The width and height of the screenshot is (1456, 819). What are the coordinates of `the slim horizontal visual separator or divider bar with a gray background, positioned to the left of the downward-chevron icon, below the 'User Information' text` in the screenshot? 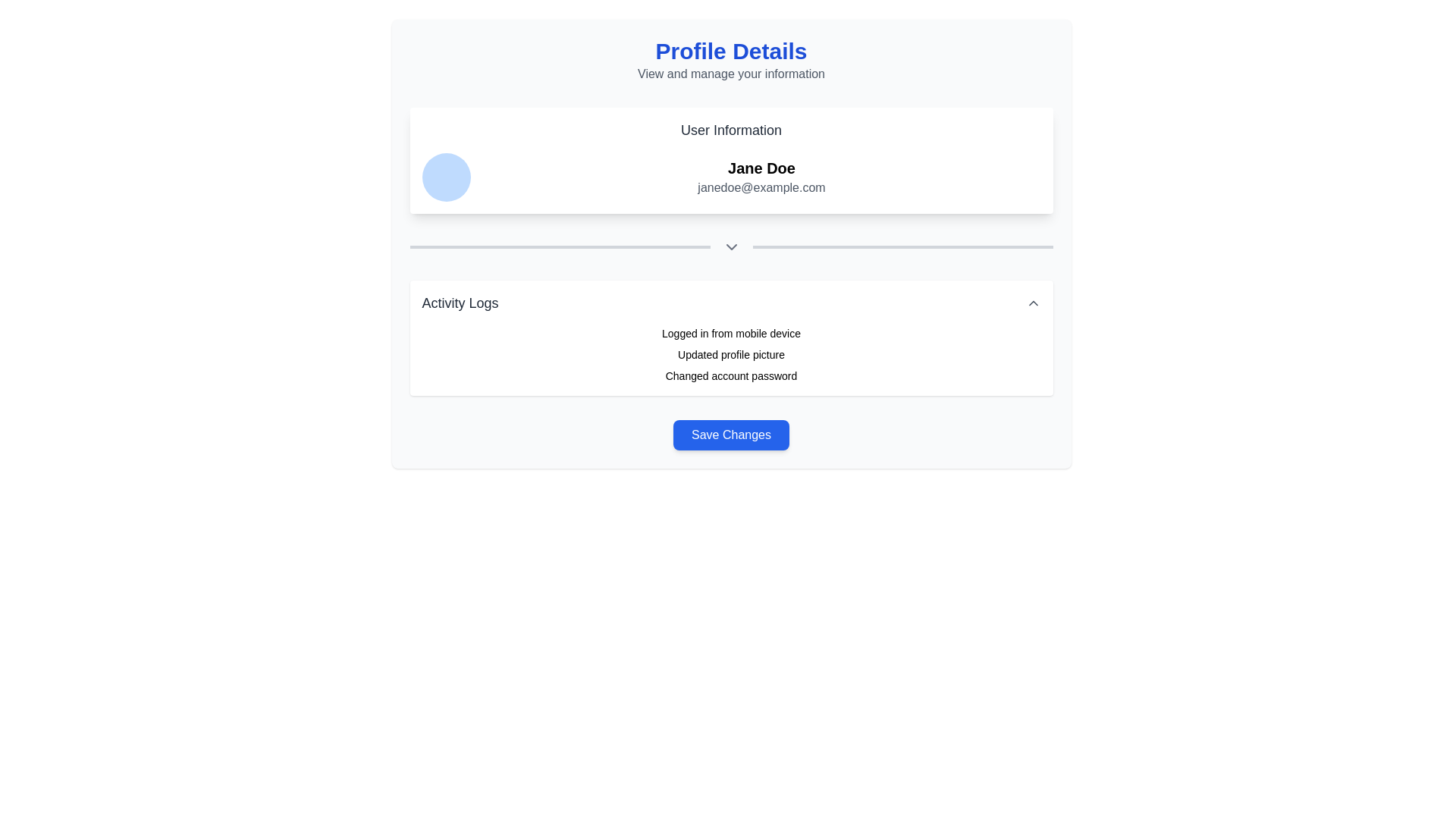 It's located at (559, 246).